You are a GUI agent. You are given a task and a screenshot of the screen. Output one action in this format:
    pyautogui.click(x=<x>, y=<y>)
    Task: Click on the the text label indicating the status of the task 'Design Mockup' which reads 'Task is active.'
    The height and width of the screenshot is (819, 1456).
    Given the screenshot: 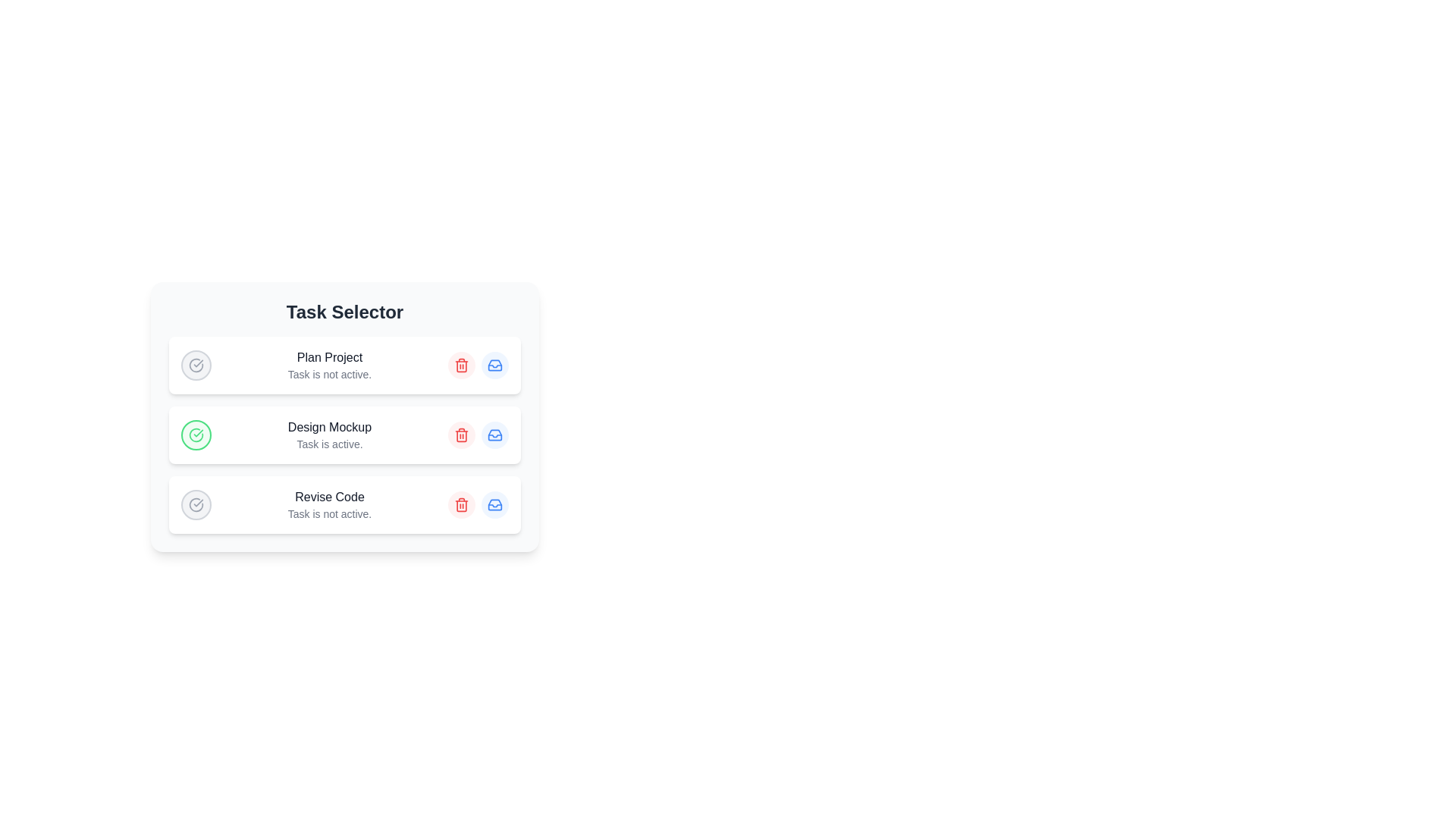 What is the action you would take?
    pyautogui.click(x=329, y=435)
    